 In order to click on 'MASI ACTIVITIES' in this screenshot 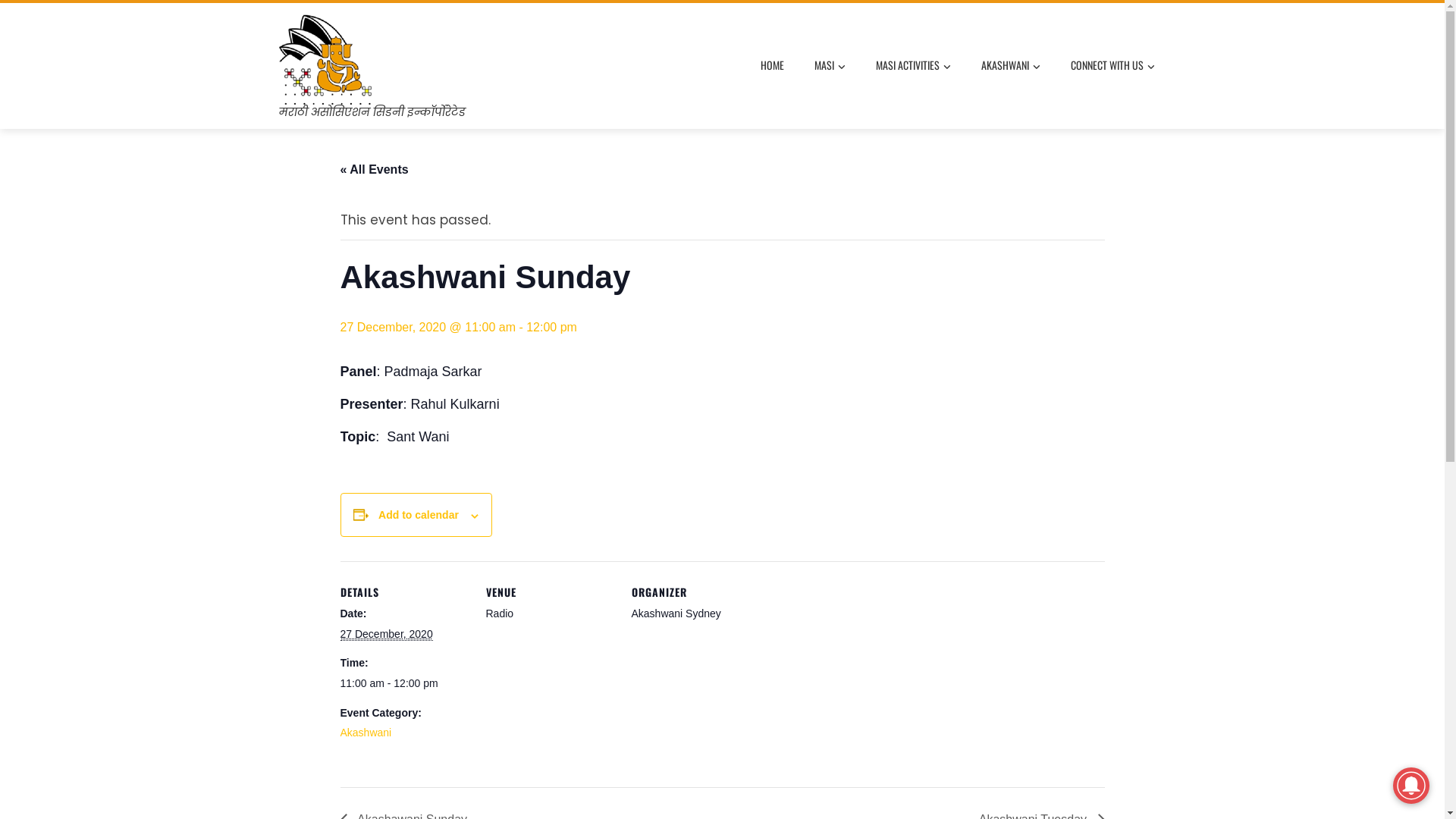, I will do `click(912, 65)`.